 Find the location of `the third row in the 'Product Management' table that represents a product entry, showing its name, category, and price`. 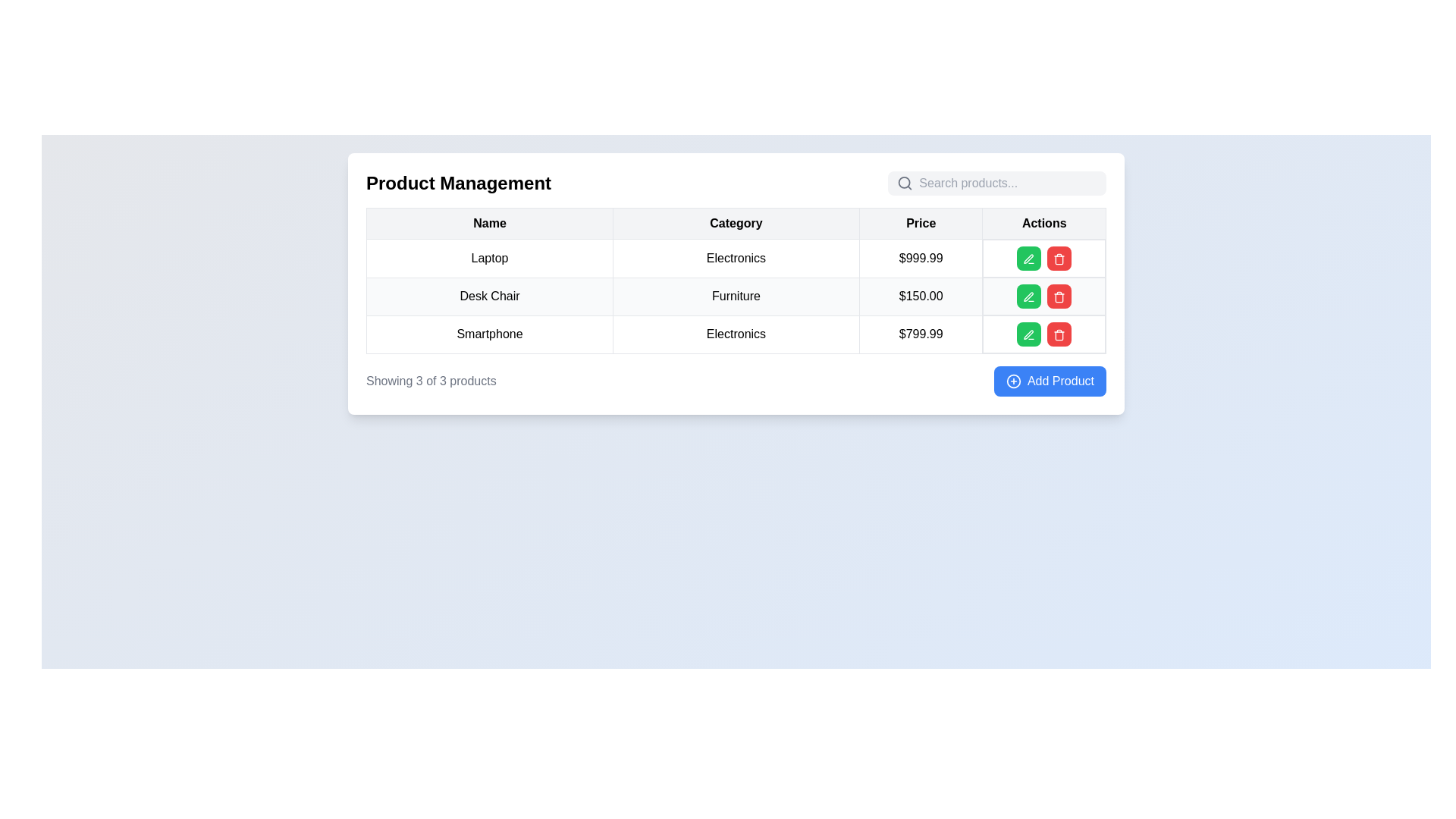

the third row in the 'Product Management' table that represents a product entry, showing its name, category, and price is located at coordinates (736, 333).